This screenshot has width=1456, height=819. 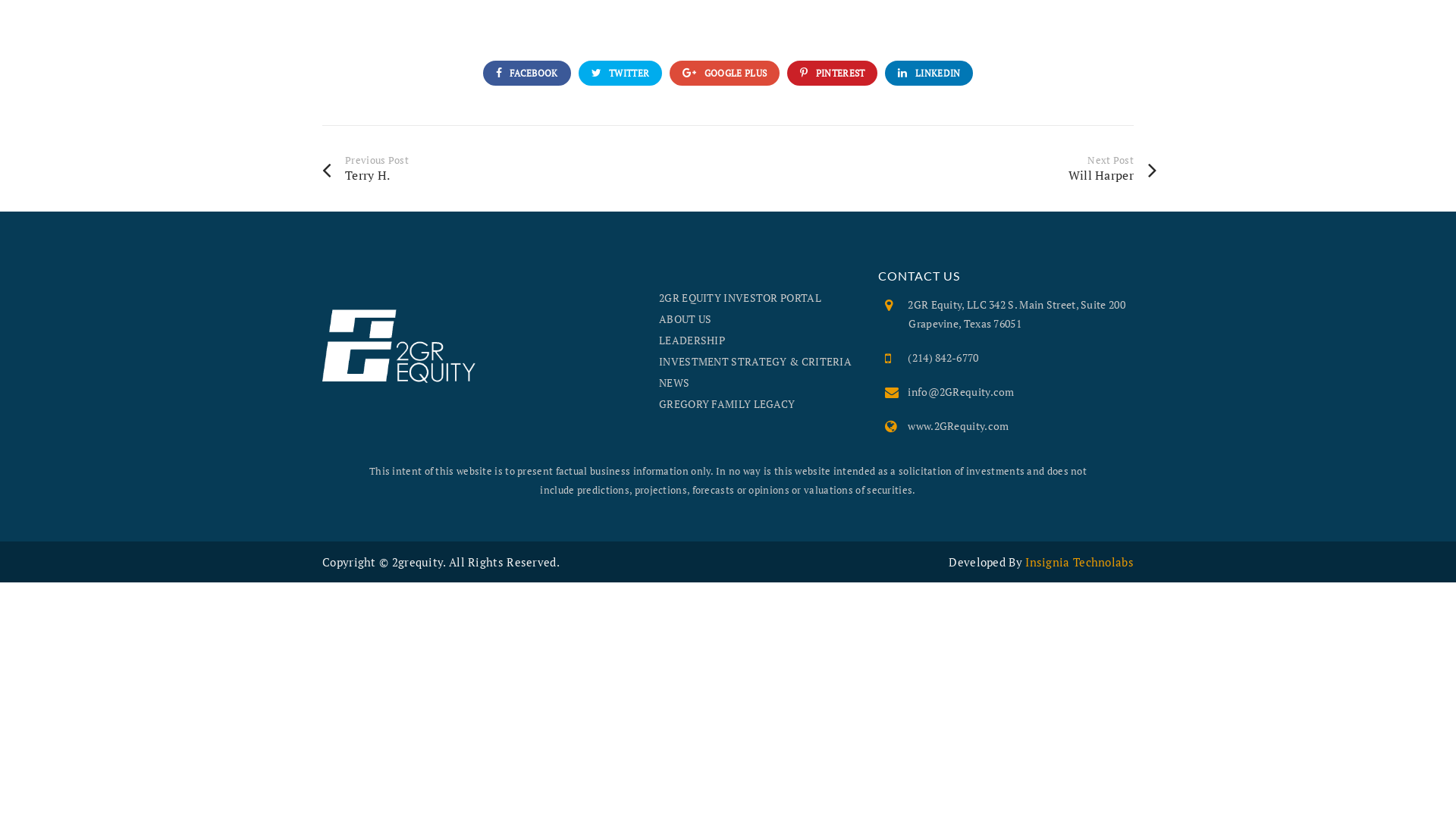 I want to click on '(214) 842-6770', so click(x=942, y=357).